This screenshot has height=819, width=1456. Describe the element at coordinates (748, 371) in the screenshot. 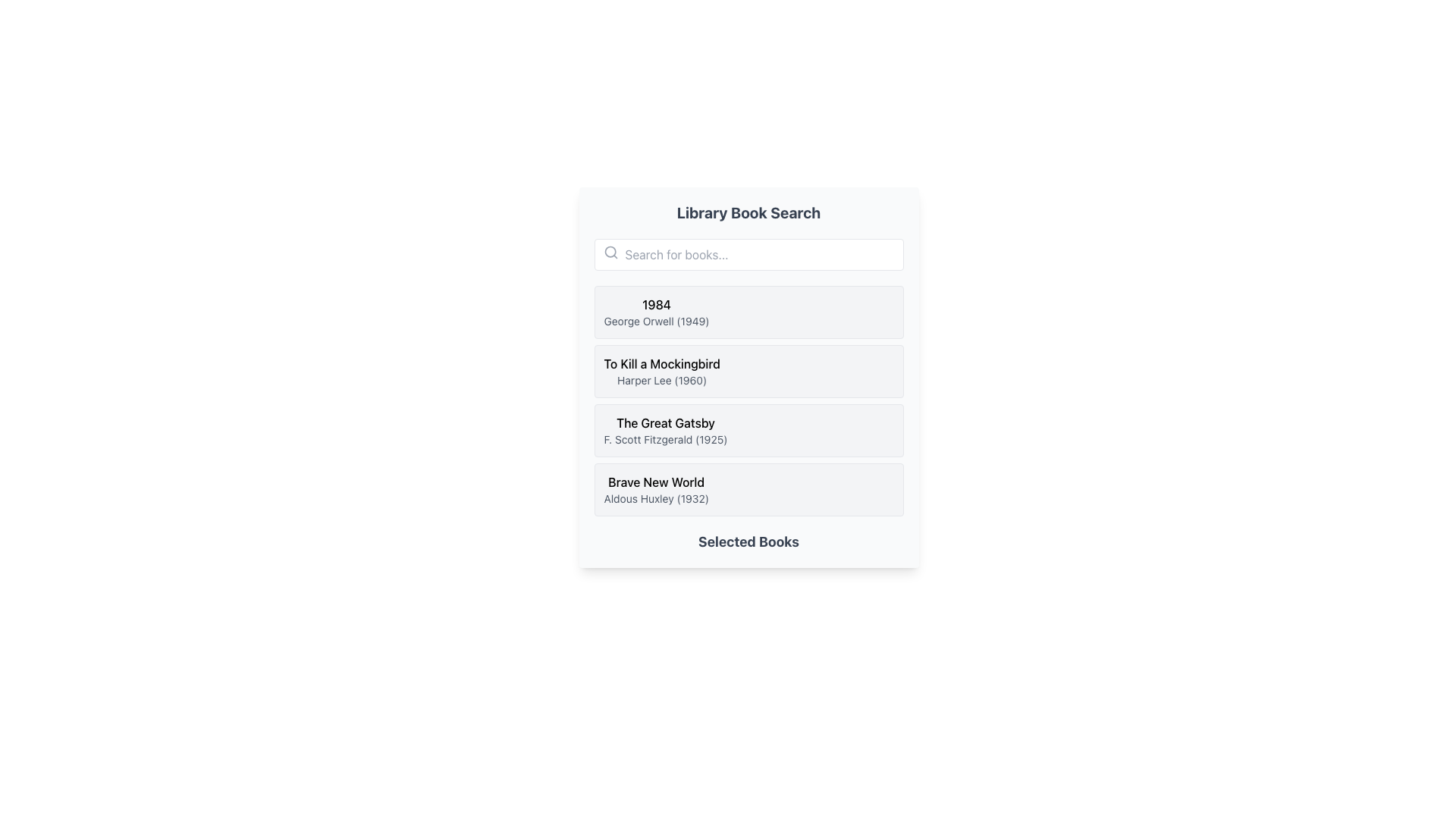

I see `the List item displaying 'To Kill a Mockingbird' by Harper Lee` at that location.